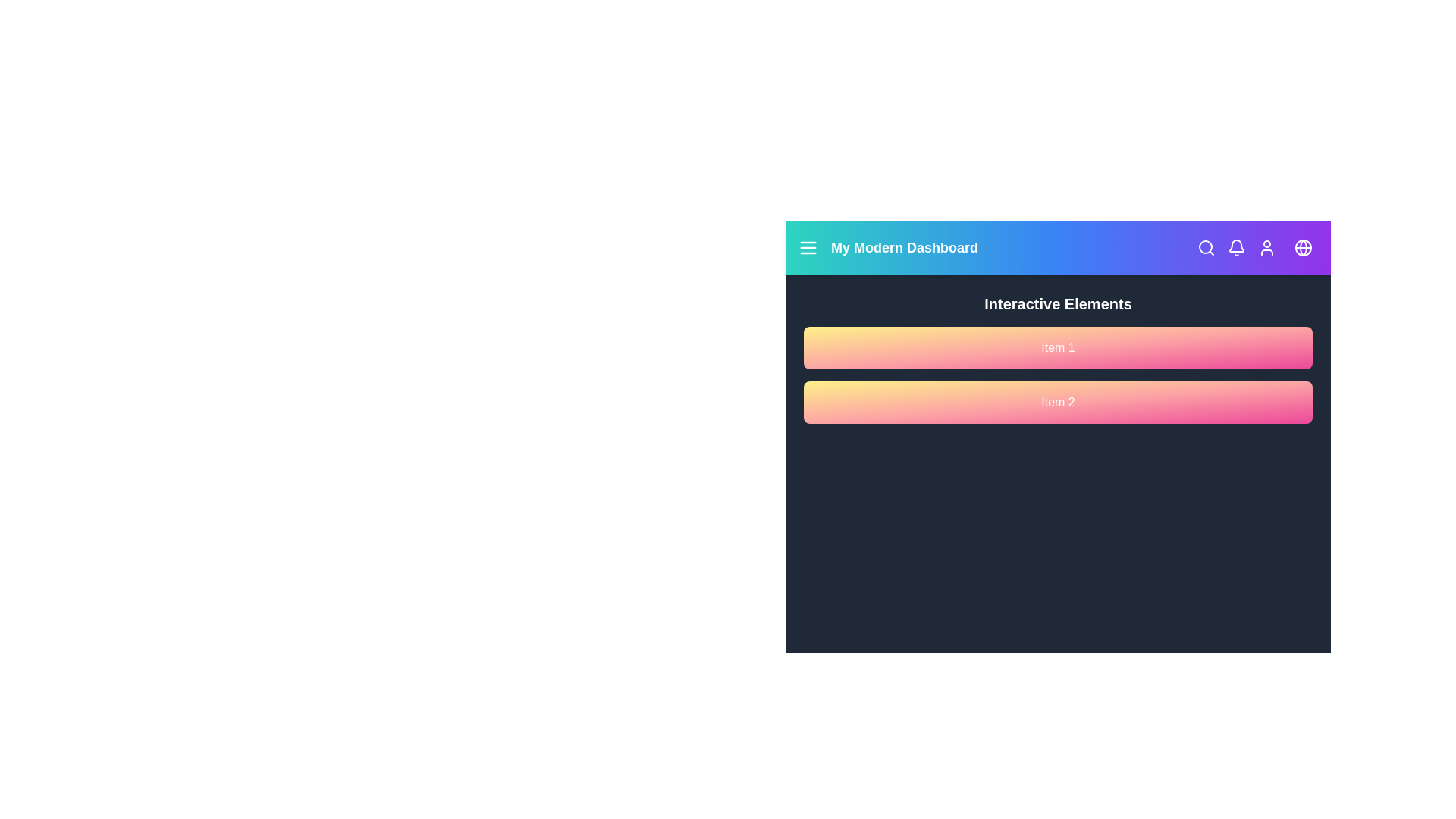  I want to click on the text 'Interactive Elements' to highlight it, so click(1057, 304).